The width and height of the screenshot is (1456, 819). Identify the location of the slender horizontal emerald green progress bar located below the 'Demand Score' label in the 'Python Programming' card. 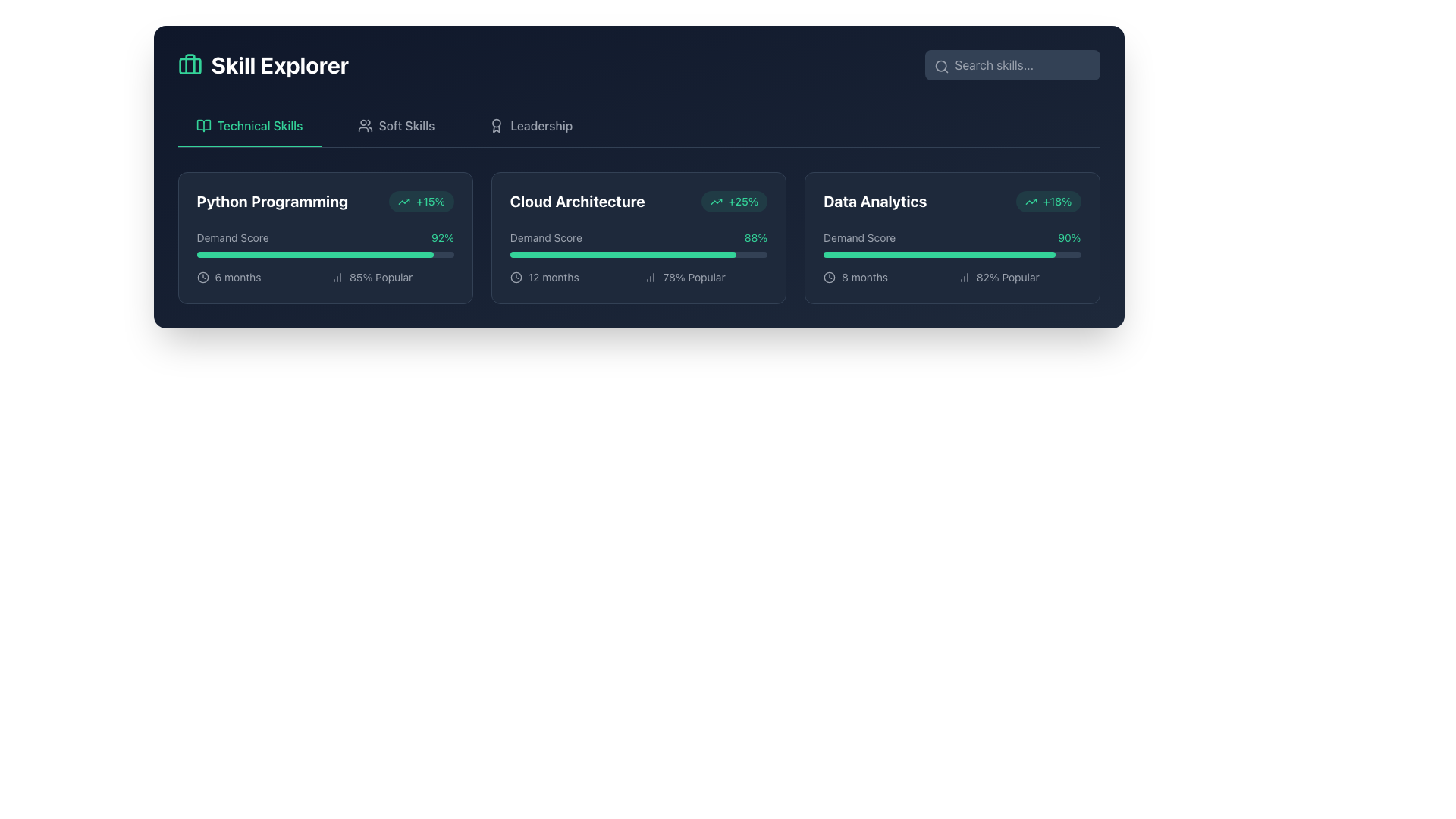
(314, 253).